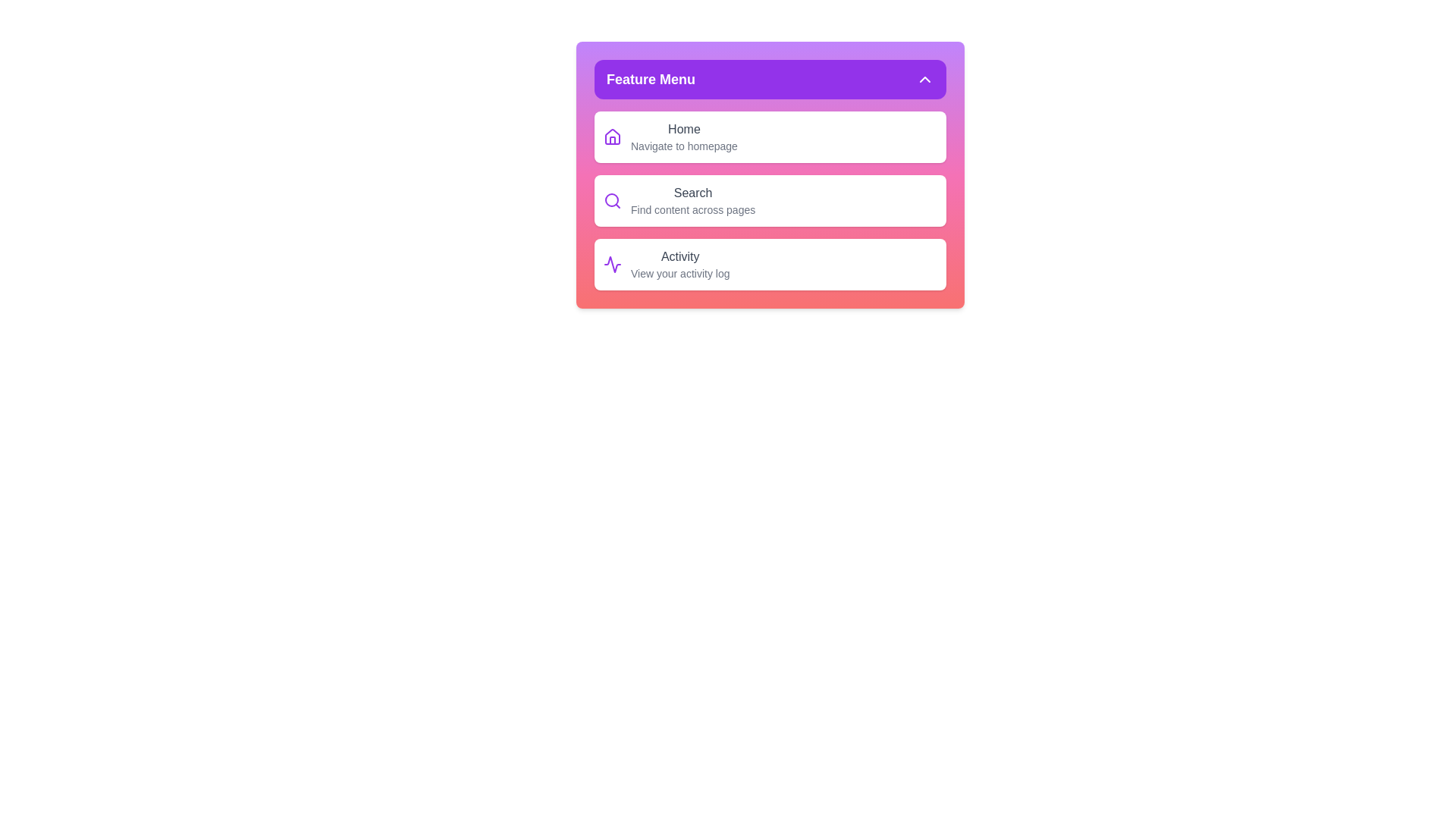 Image resolution: width=1456 pixels, height=819 pixels. I want to click on the 'Feature Menu' button to toggle the menu, so click(770, 79).